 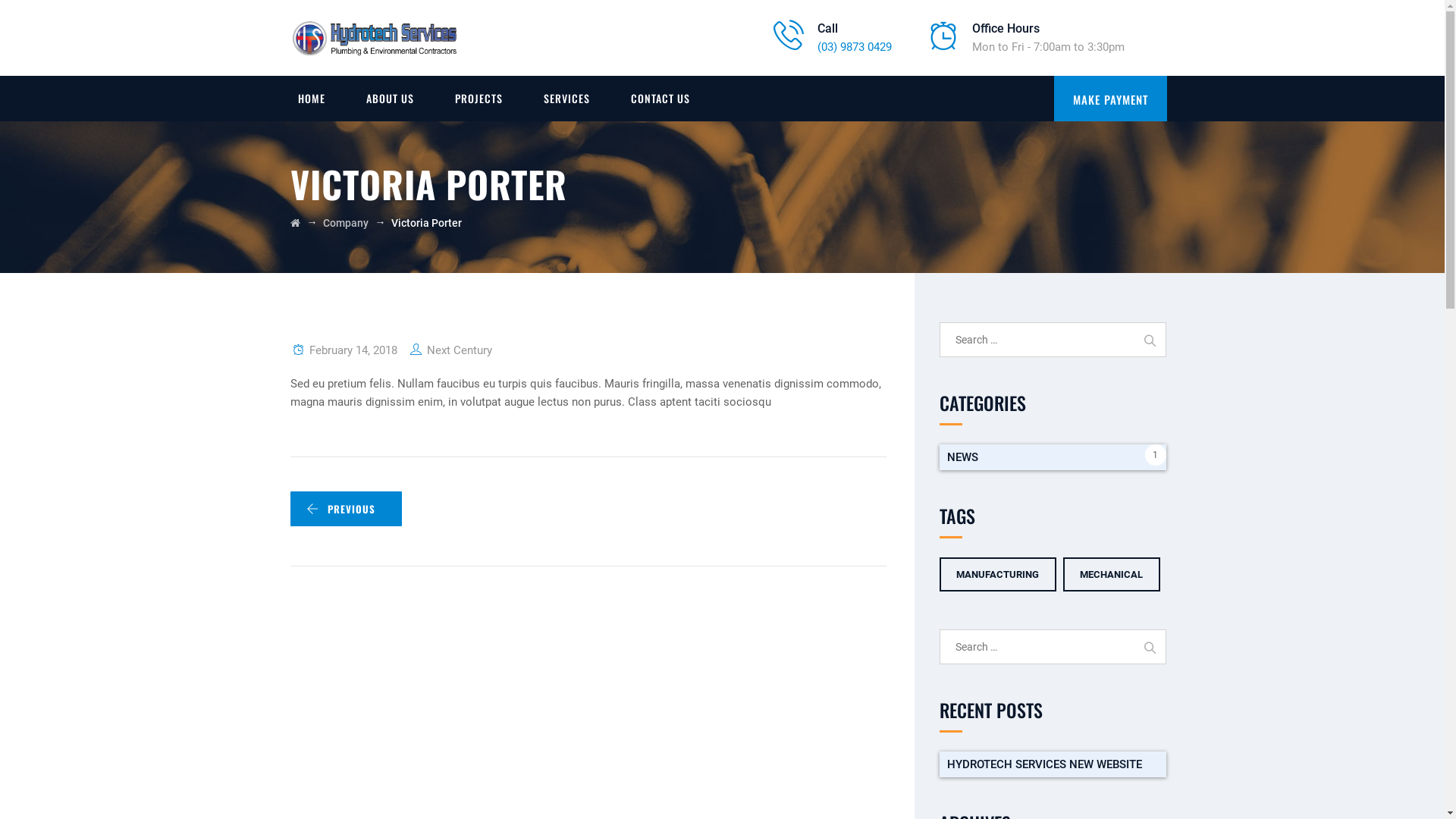 I want to click on 'PROJECTS', so click(x=477, y=99).